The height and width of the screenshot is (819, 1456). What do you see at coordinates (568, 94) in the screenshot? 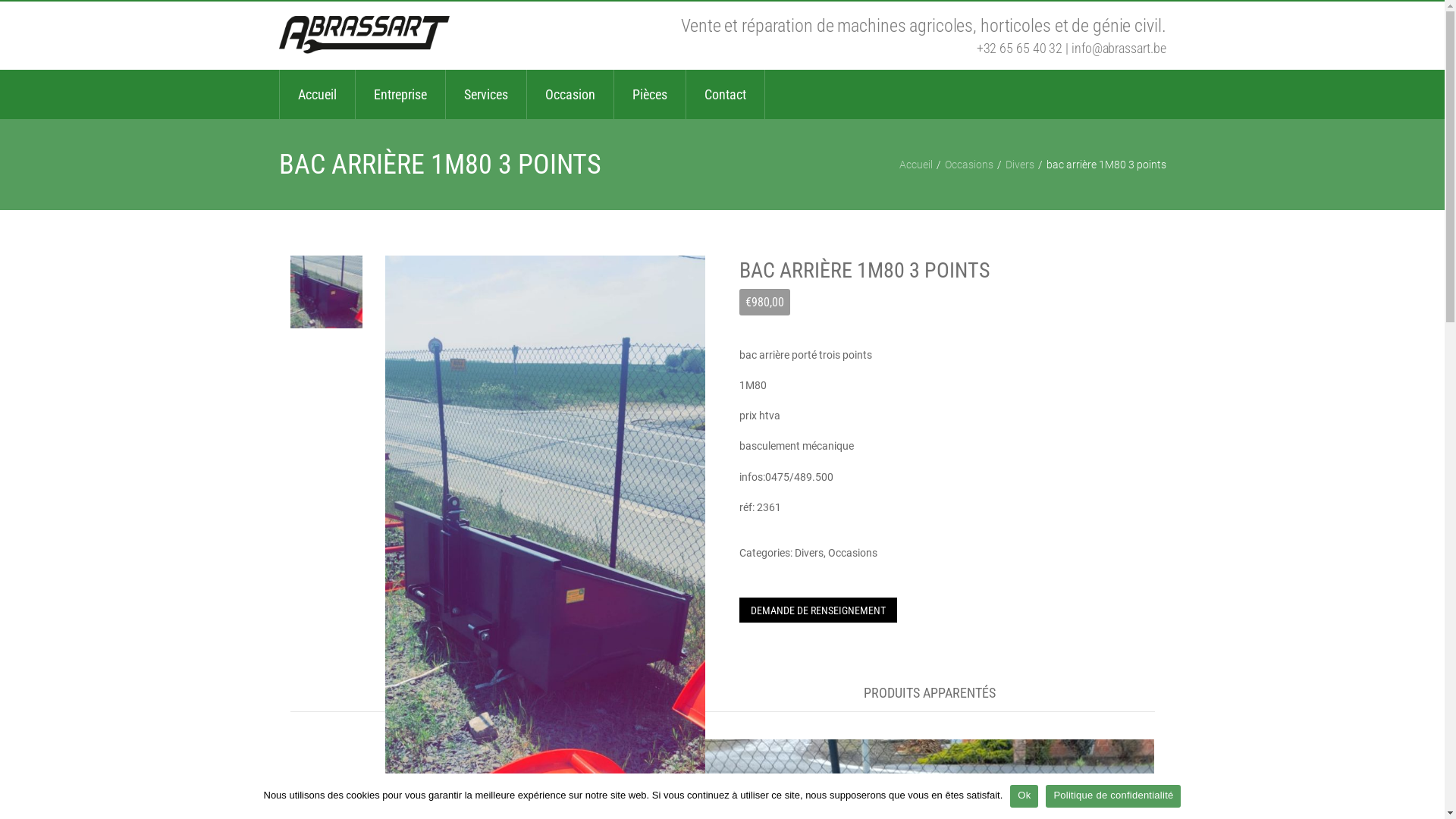
I see `'Occasion'` at bounding box center [568, 94].